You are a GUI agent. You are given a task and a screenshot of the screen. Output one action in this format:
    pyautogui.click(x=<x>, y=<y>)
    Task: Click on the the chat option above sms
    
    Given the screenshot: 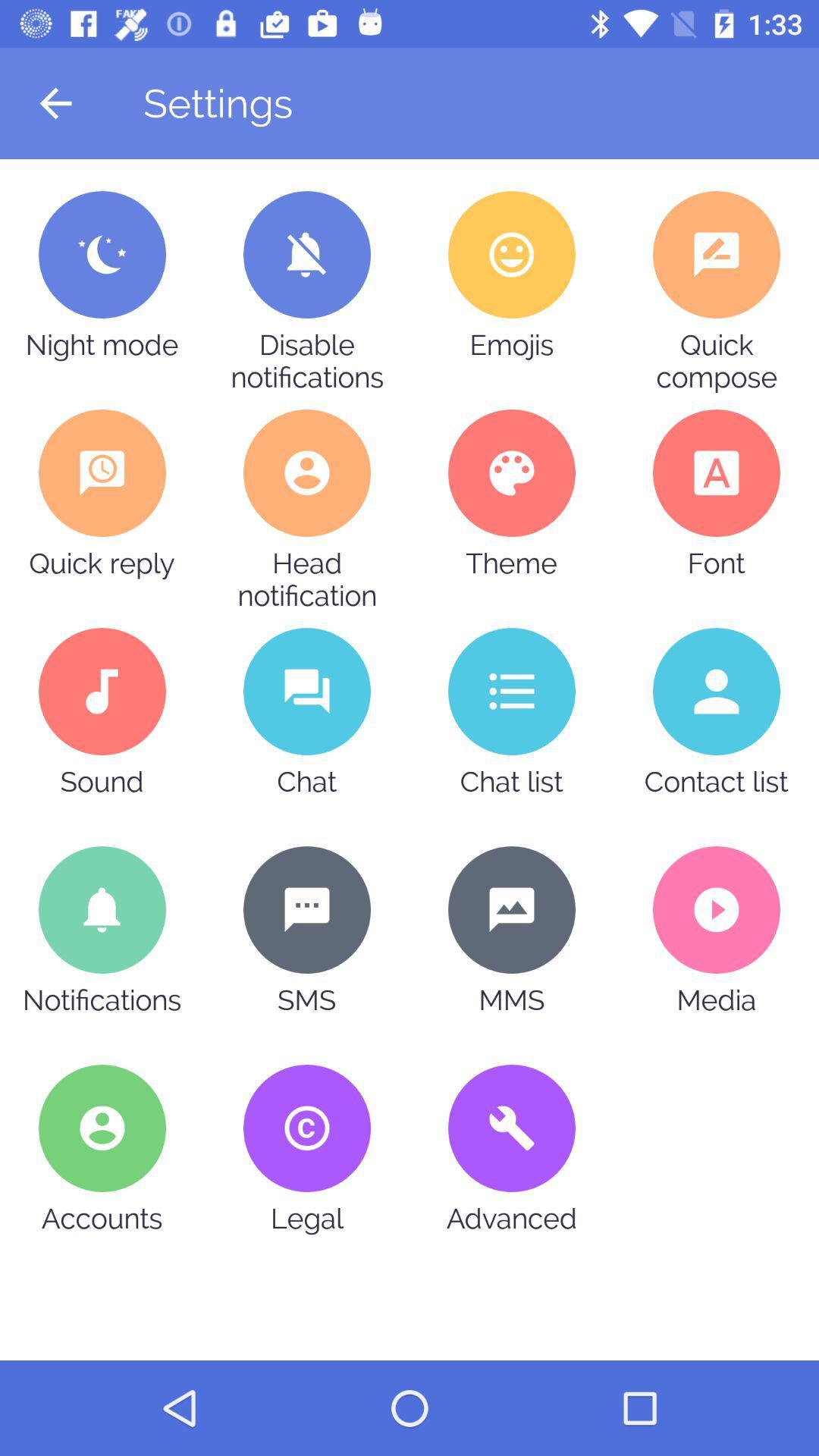 What is the action you would take?
    pyautogui.click(x=307, y=691)
    